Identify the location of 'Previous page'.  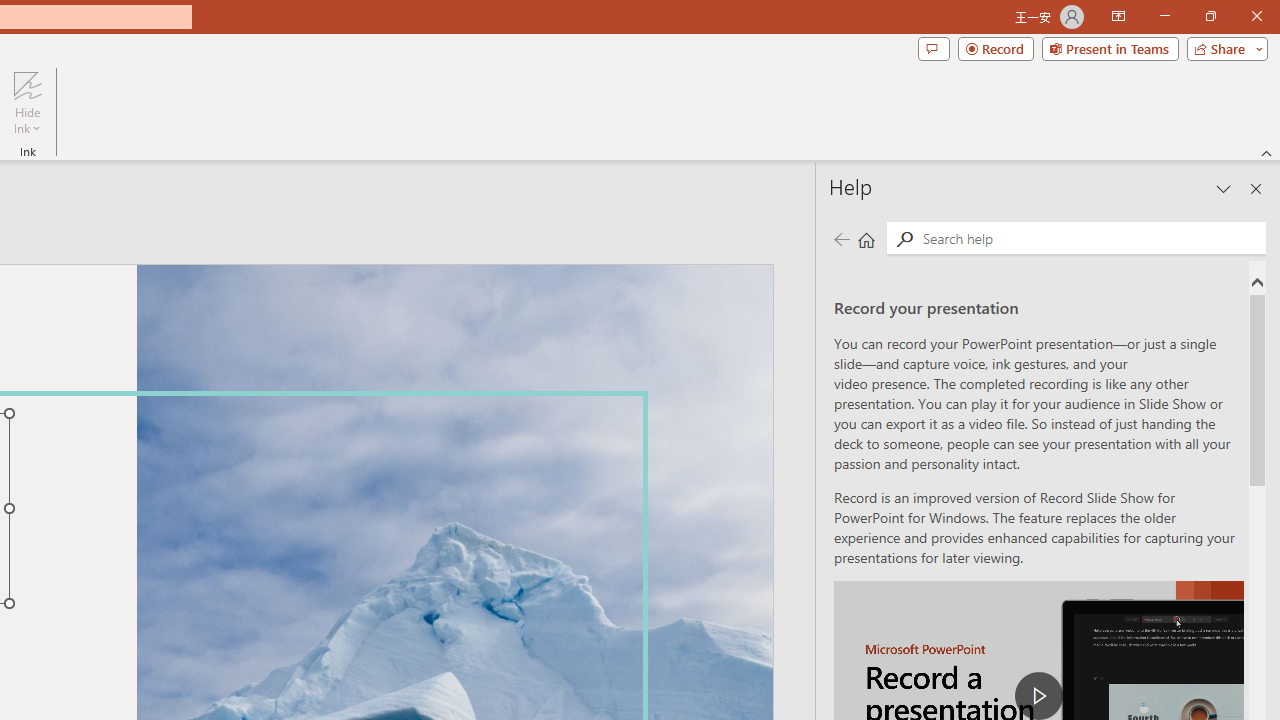
(841, 238).